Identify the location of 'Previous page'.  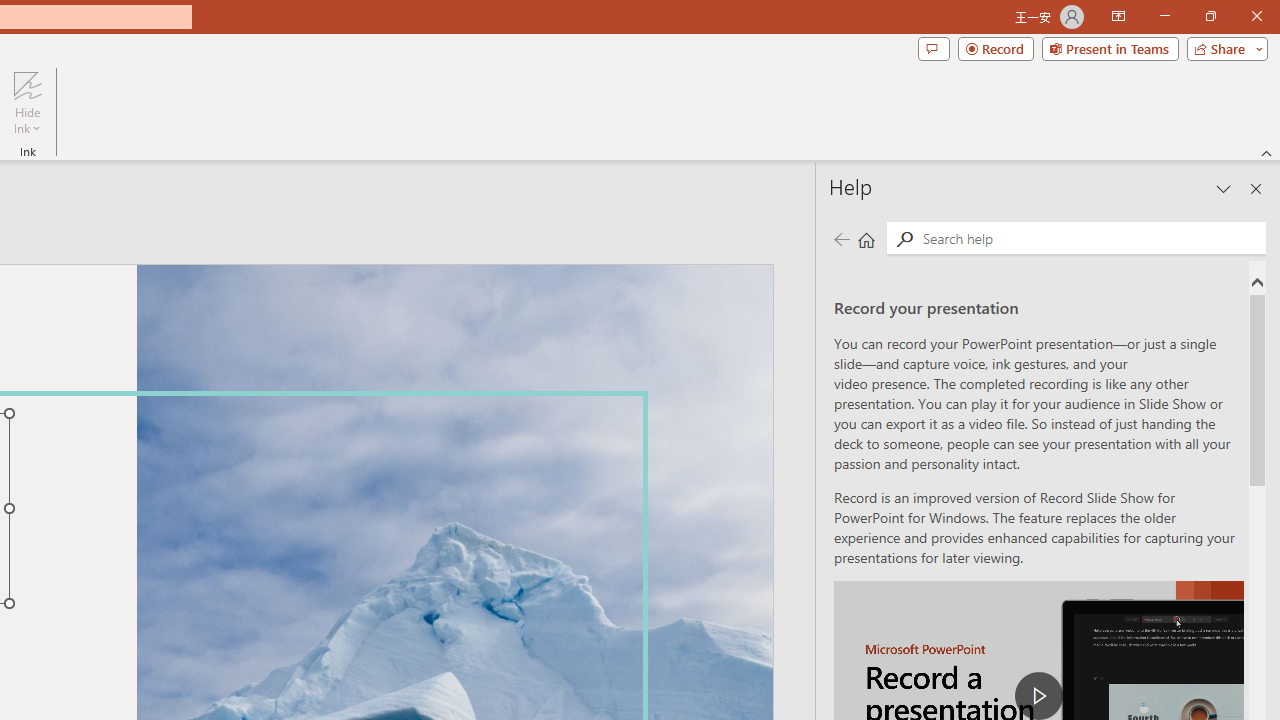
(841, 238).